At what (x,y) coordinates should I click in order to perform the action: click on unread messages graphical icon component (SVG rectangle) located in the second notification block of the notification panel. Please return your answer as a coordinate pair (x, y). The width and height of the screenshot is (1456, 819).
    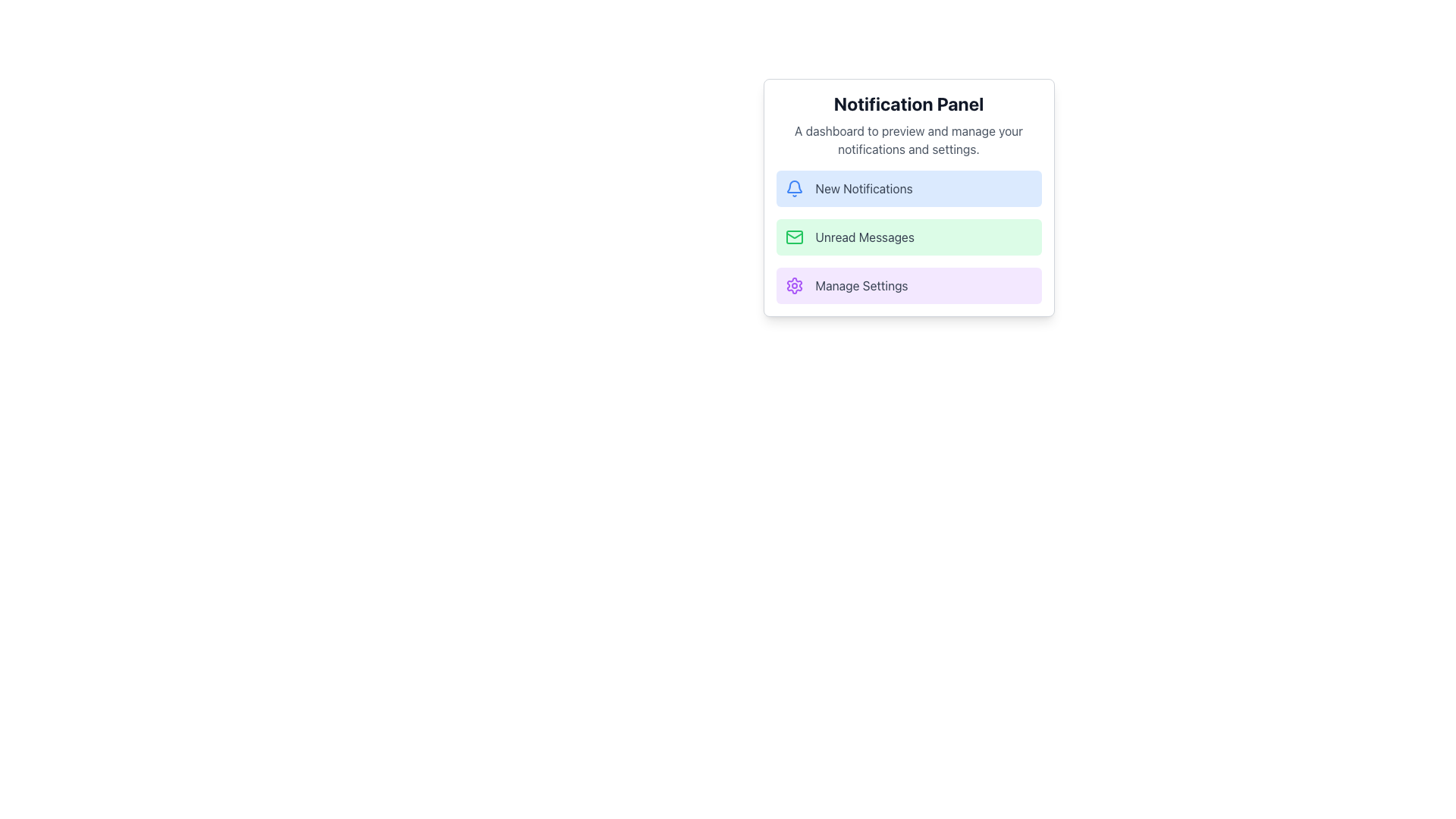
    Looking at the image, I should click on (793, 237).